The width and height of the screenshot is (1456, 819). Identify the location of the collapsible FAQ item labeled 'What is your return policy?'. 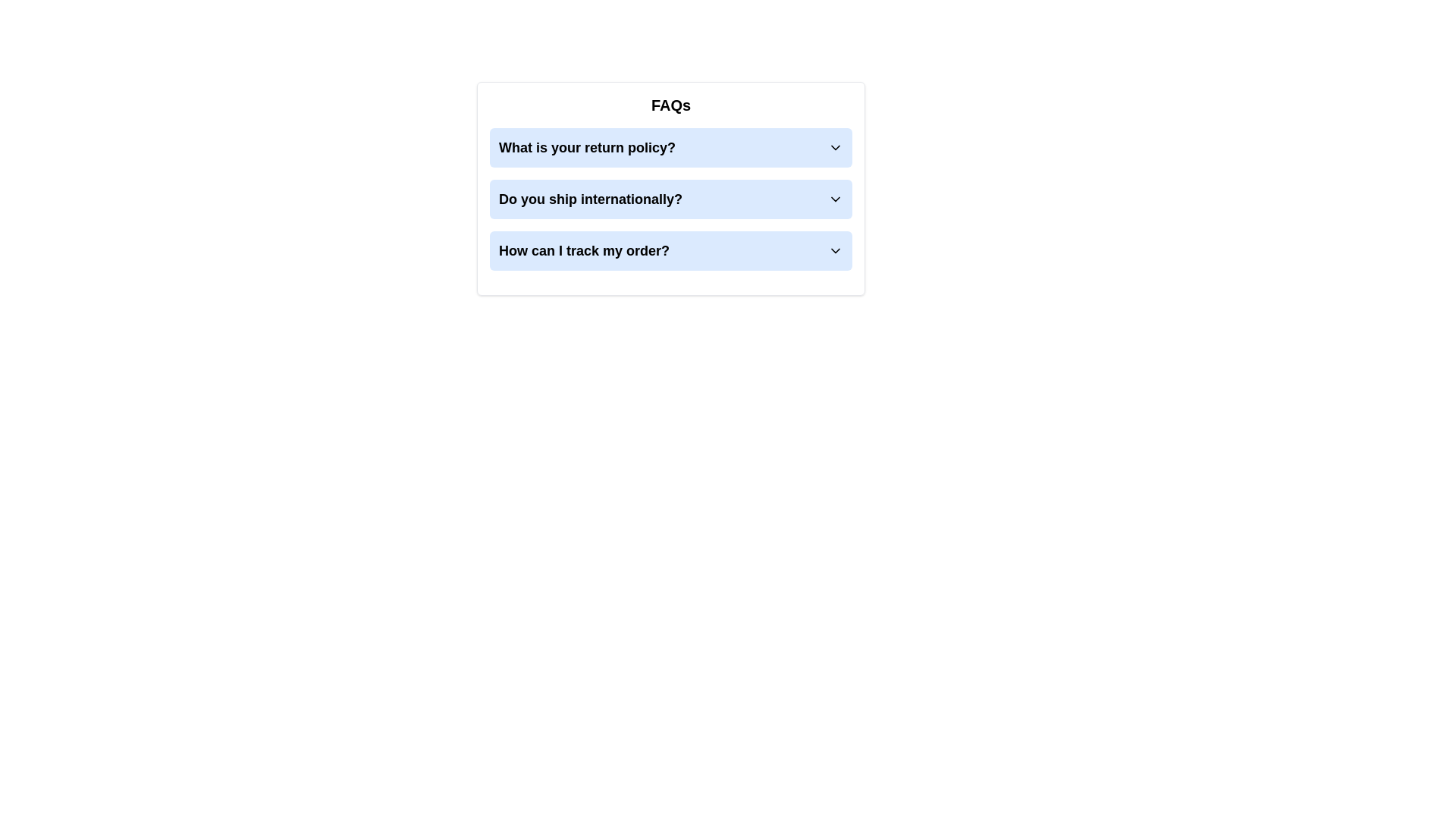
(670, 148).